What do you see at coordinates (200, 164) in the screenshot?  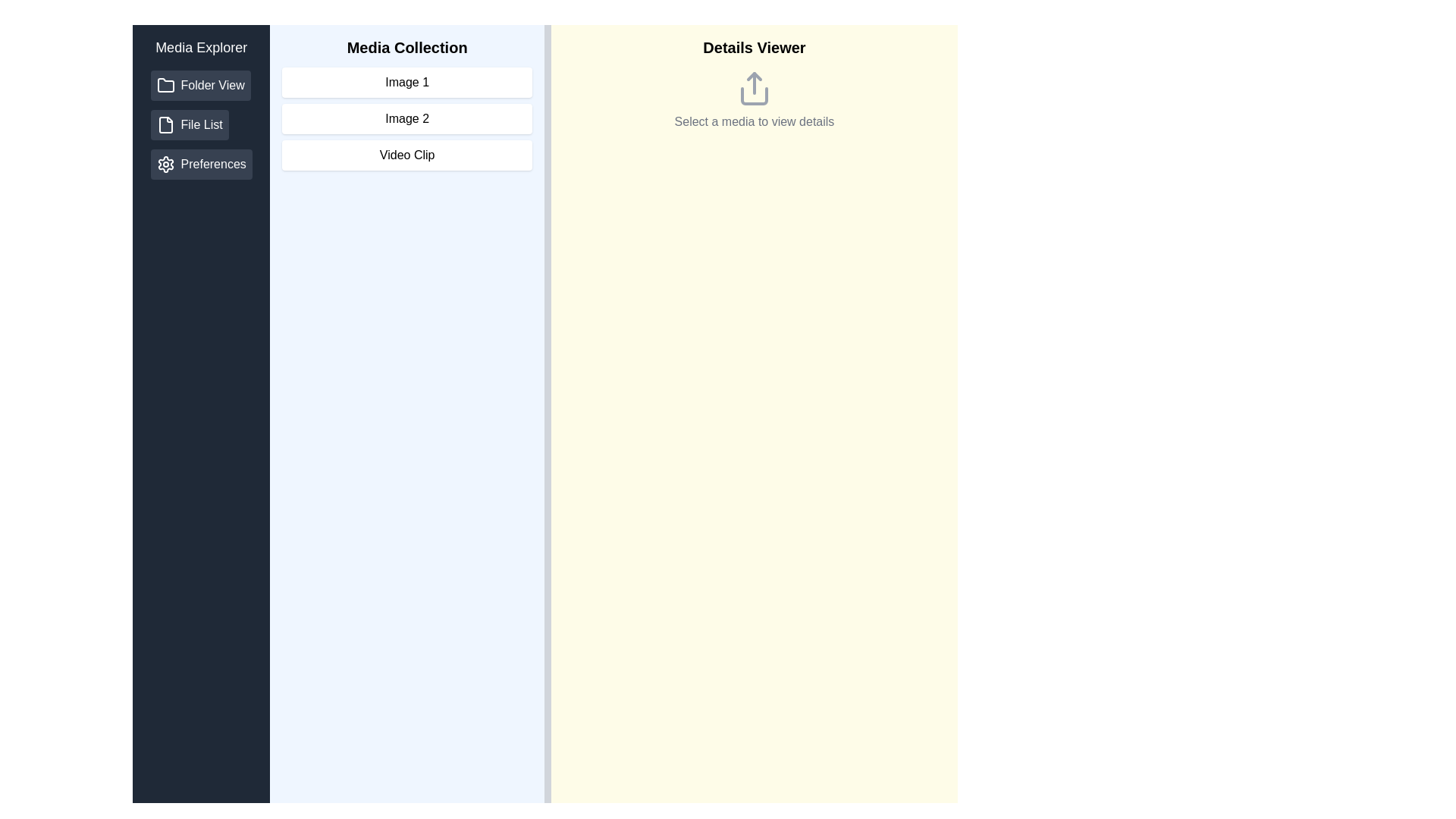 I see `the third button in the vertical stack of the left sidebar, located below 'Folder View' and 'File List' in the 'Media Explorer' section, to observe the hover effect` at bounding box center [200, 164].